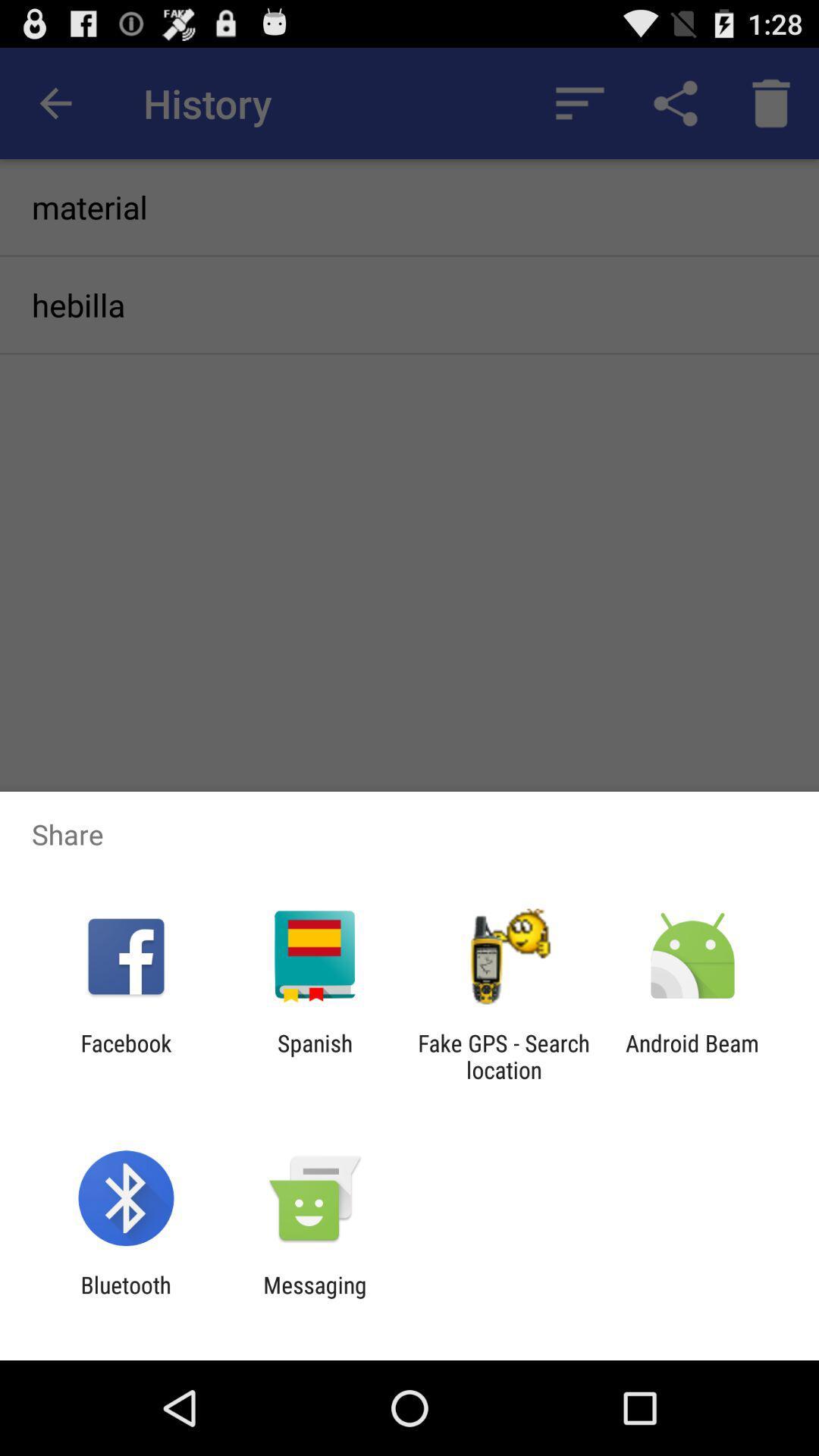 Image resolution: width=819 pixels, height=1456 pixels. What do you see at coordinates (314, 1056) in the screenshot?
I see `the app next to facebook item` at bounding box center [314, 1056].